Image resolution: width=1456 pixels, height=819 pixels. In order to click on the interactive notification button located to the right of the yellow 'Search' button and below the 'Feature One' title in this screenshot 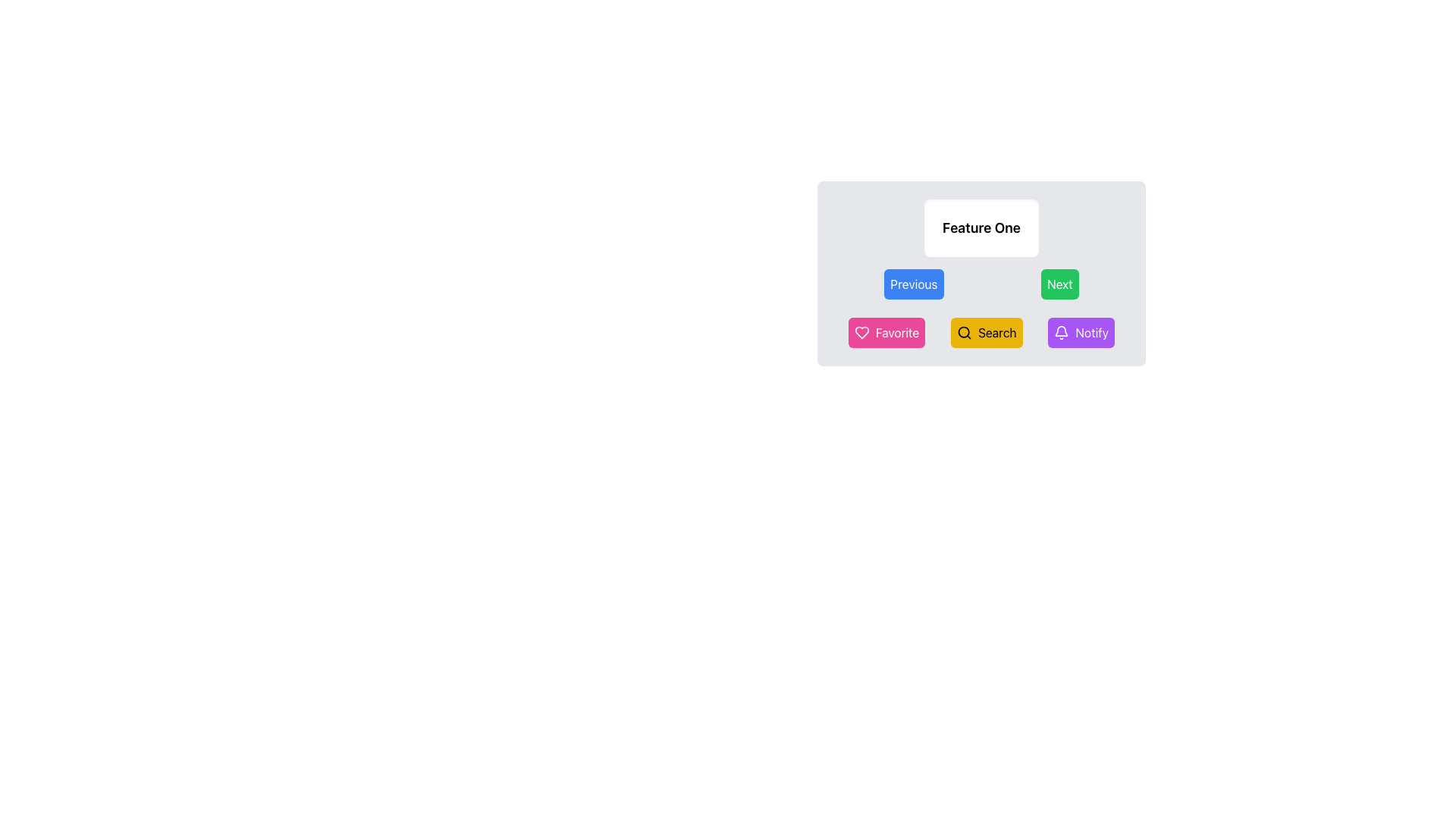, I will do `click(1081, 332)`.